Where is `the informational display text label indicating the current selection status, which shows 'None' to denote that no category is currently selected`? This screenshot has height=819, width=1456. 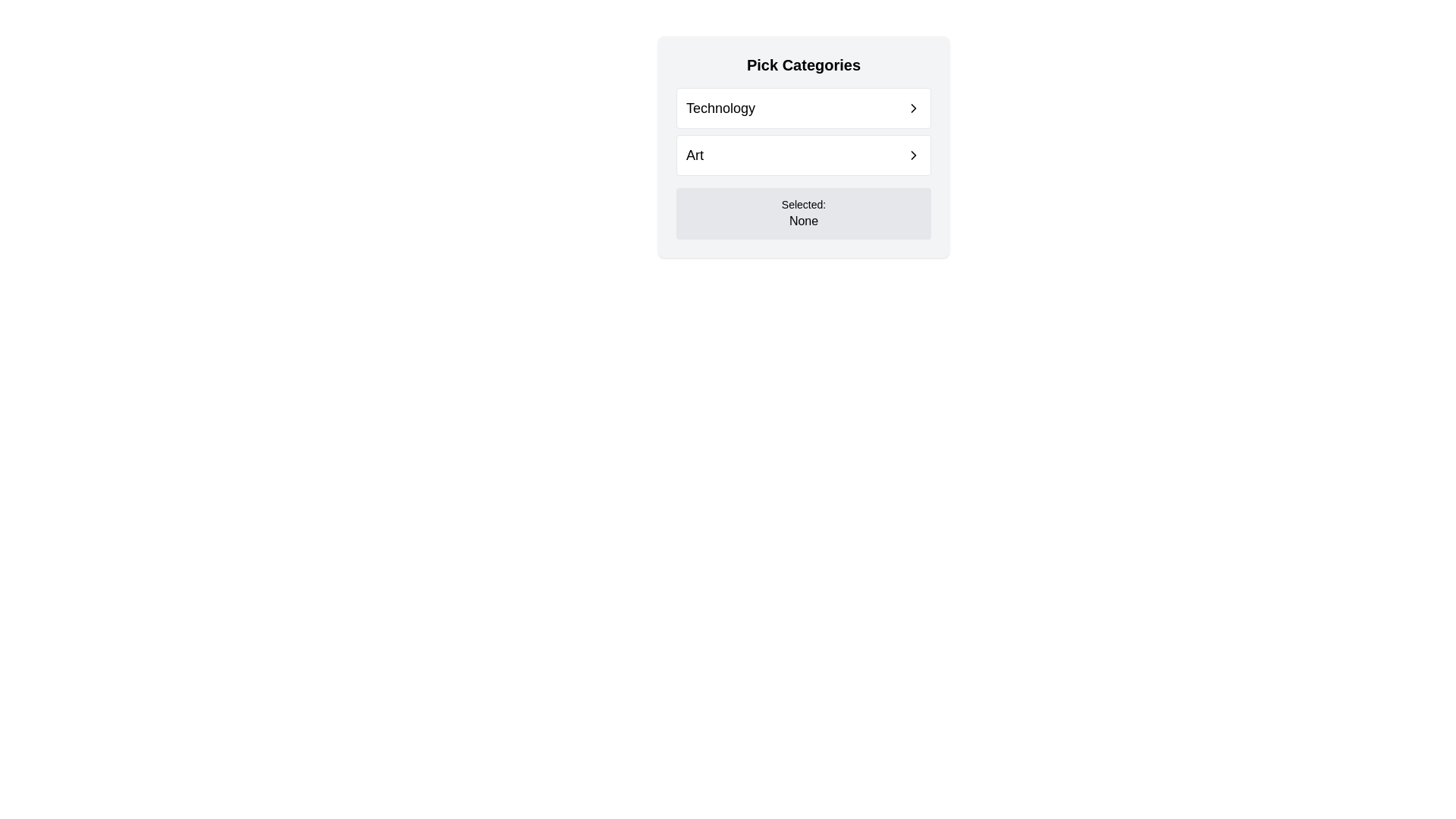 the informational display text label indicating the current selection status, which shows 'None' to denote that no category is currently selected is located at coordinates (803, 213).